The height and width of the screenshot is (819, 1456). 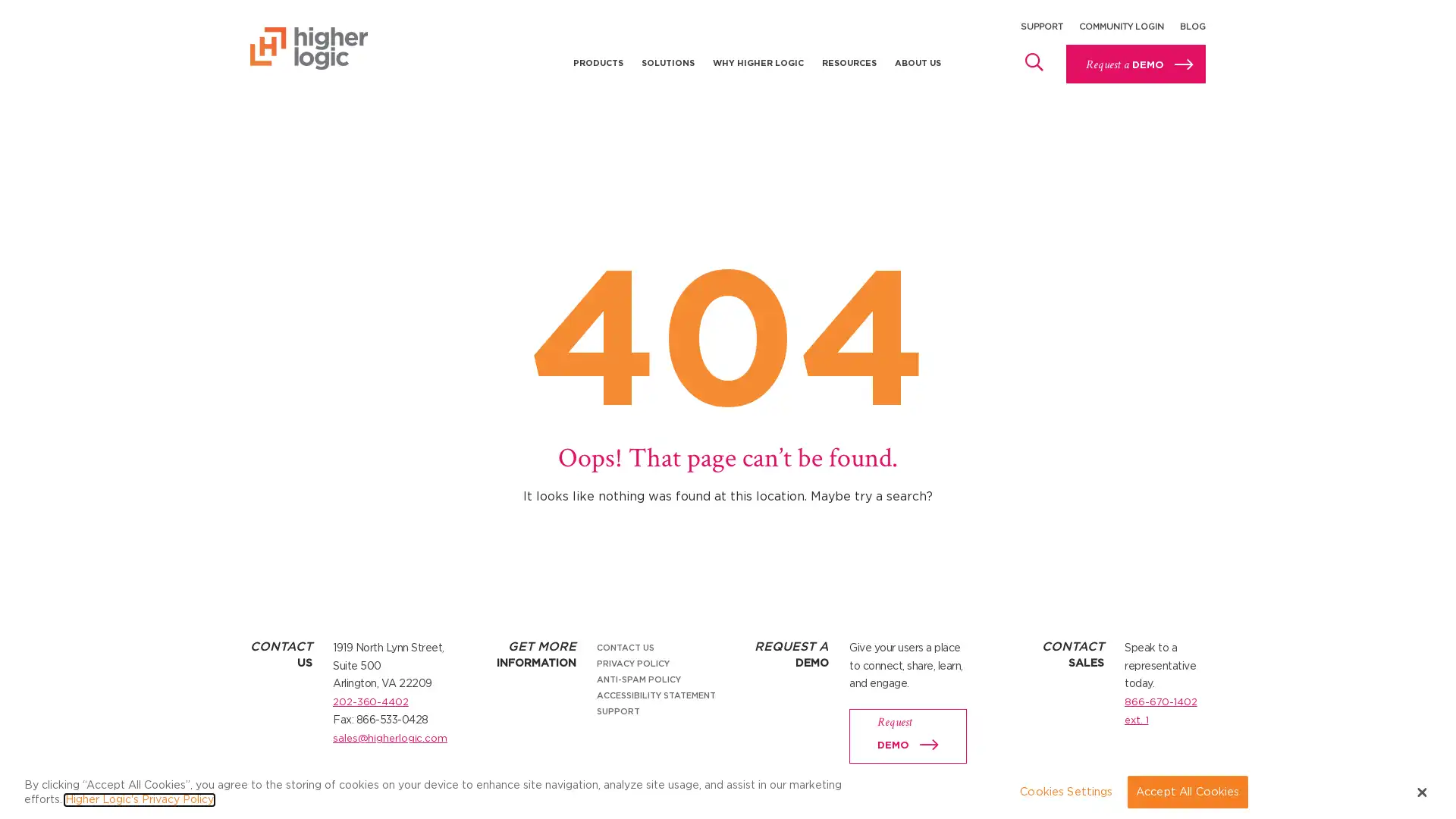 What do you see at coordinates (1186, 791) in the screenshot?
I see `Accept All Cookies` at bounding box center [1186, 791].